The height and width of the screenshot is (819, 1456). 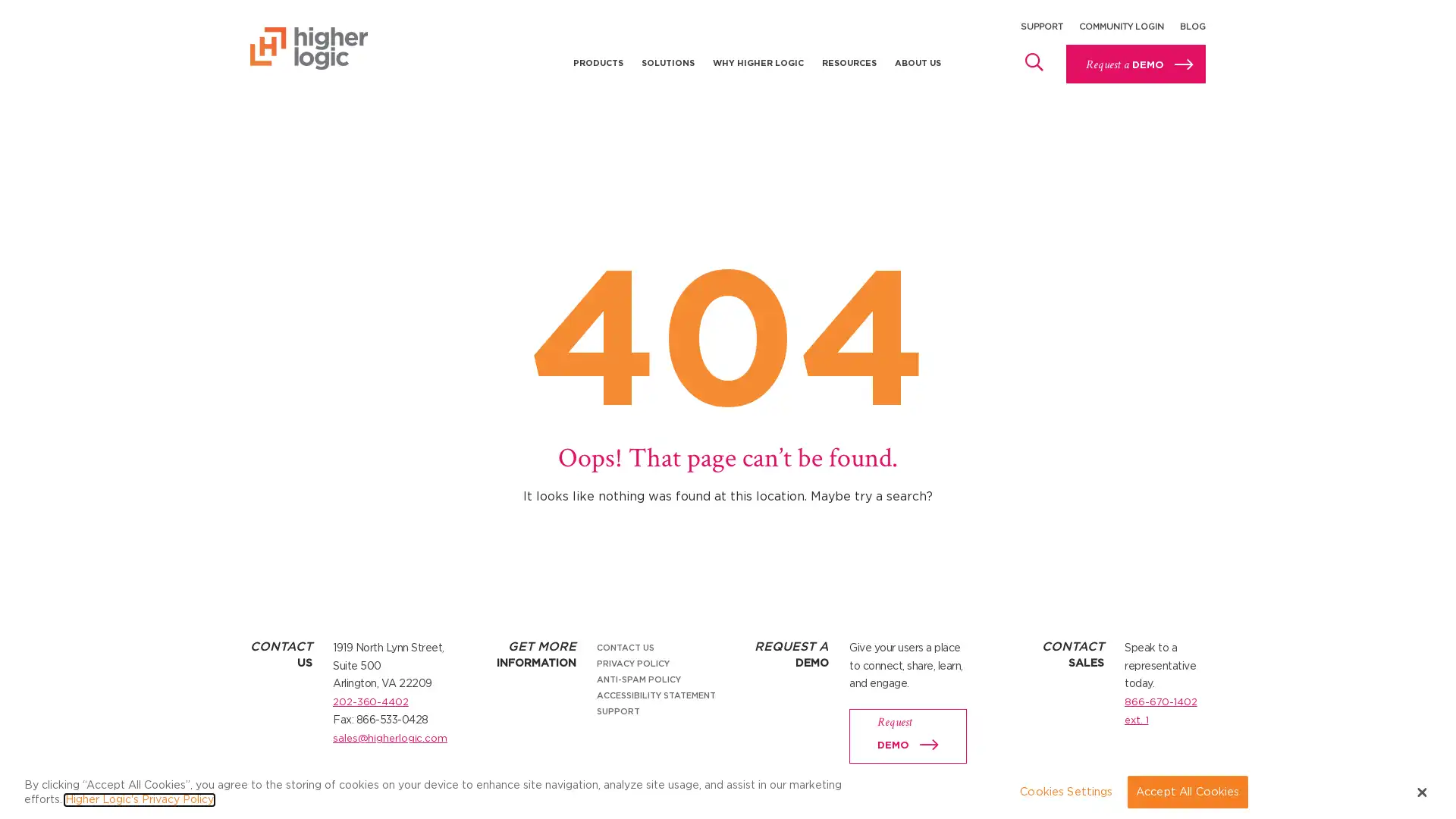 What do you see at coordinates (1186, 791) in the screenshot?
I see `Accept All Cookies` at bounding box center [1186, 791].